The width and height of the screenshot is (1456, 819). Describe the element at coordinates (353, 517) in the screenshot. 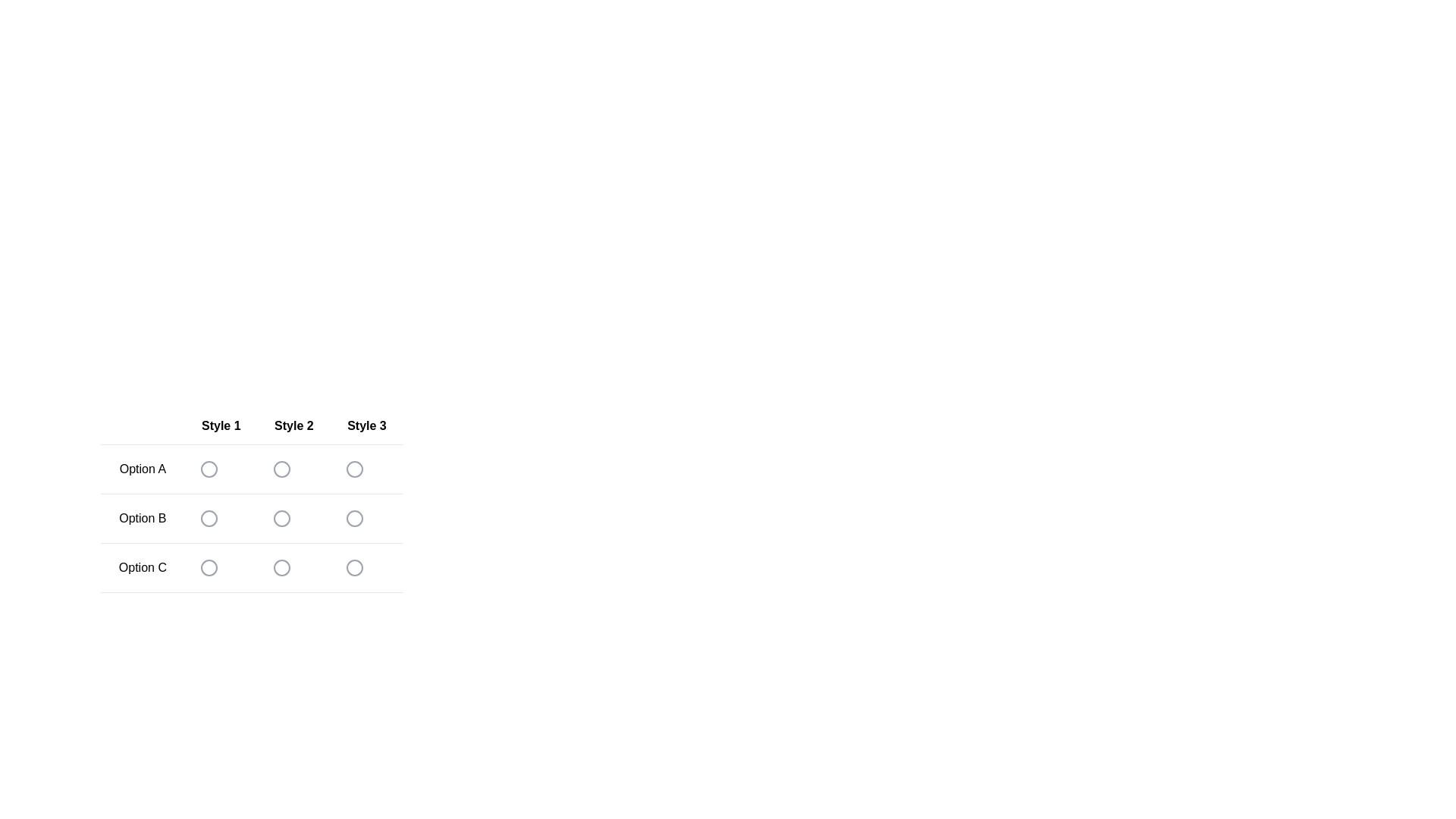

I see `the unselected radio button located in the third column of the second row, under the header 'Style 3' and next to 'Option B.'` at that location.